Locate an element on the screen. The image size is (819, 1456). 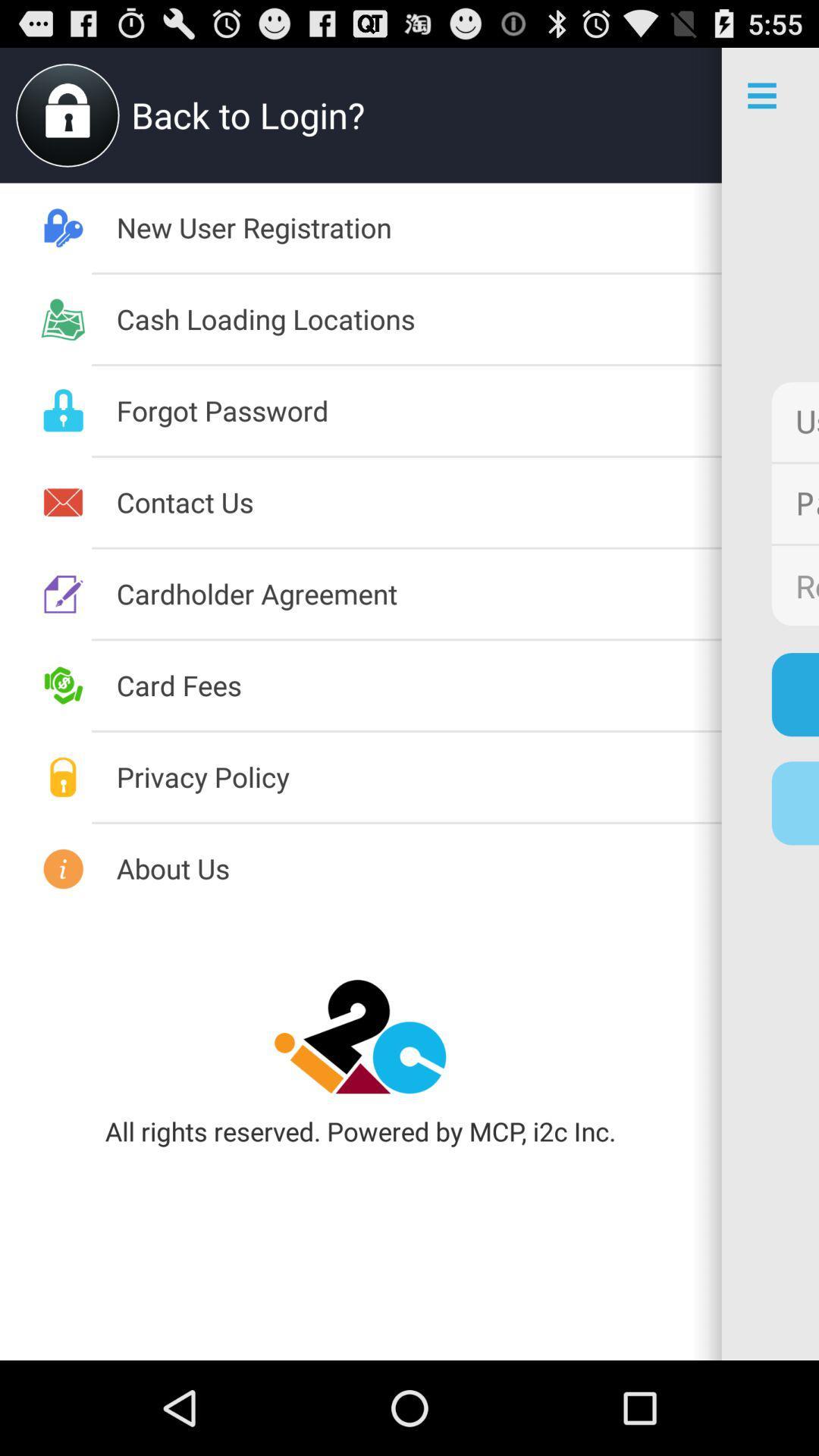
log in icon is located at coordinates (794, 694).